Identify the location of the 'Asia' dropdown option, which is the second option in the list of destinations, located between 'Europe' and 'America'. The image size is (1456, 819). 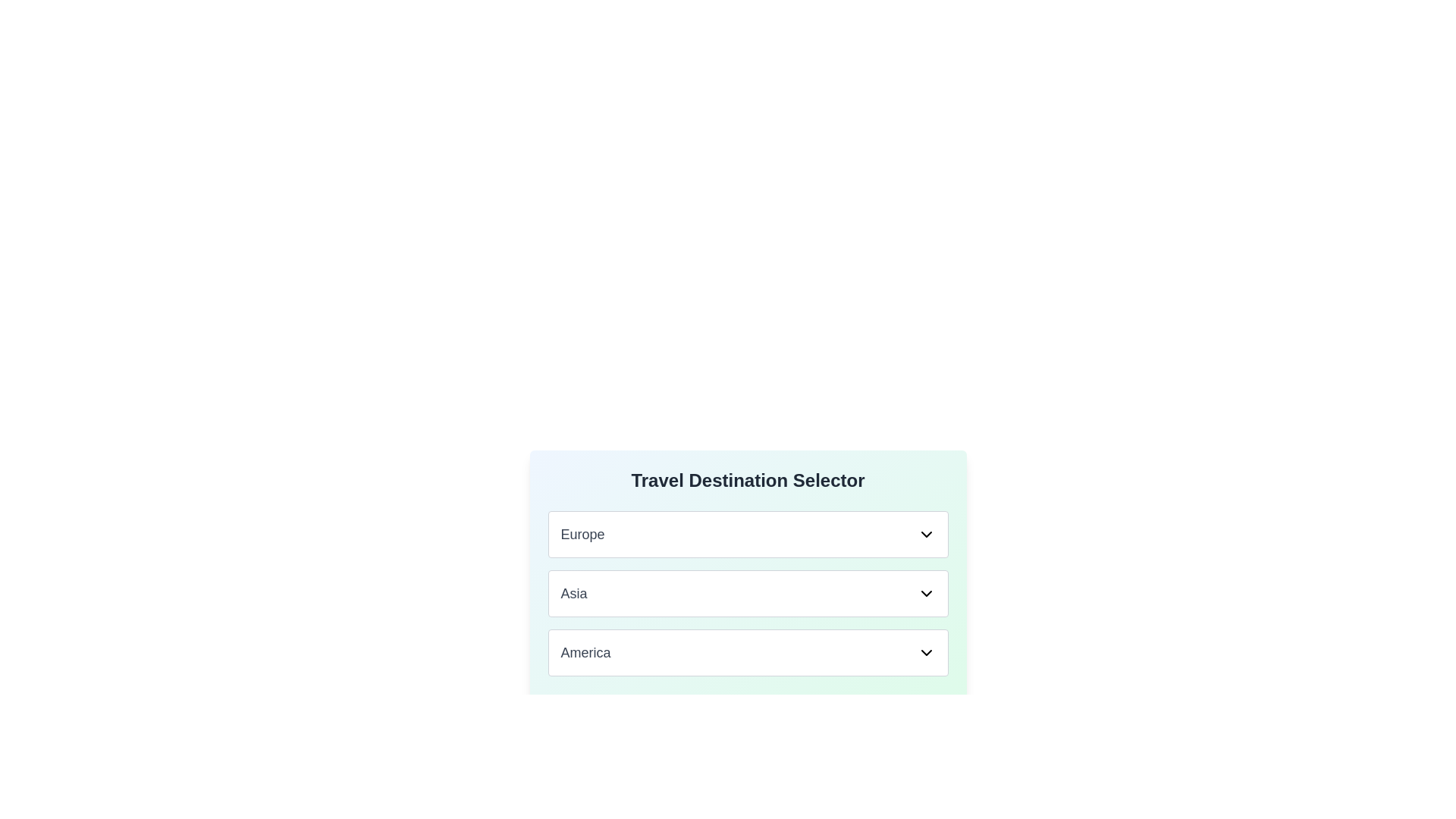
(748, 593).